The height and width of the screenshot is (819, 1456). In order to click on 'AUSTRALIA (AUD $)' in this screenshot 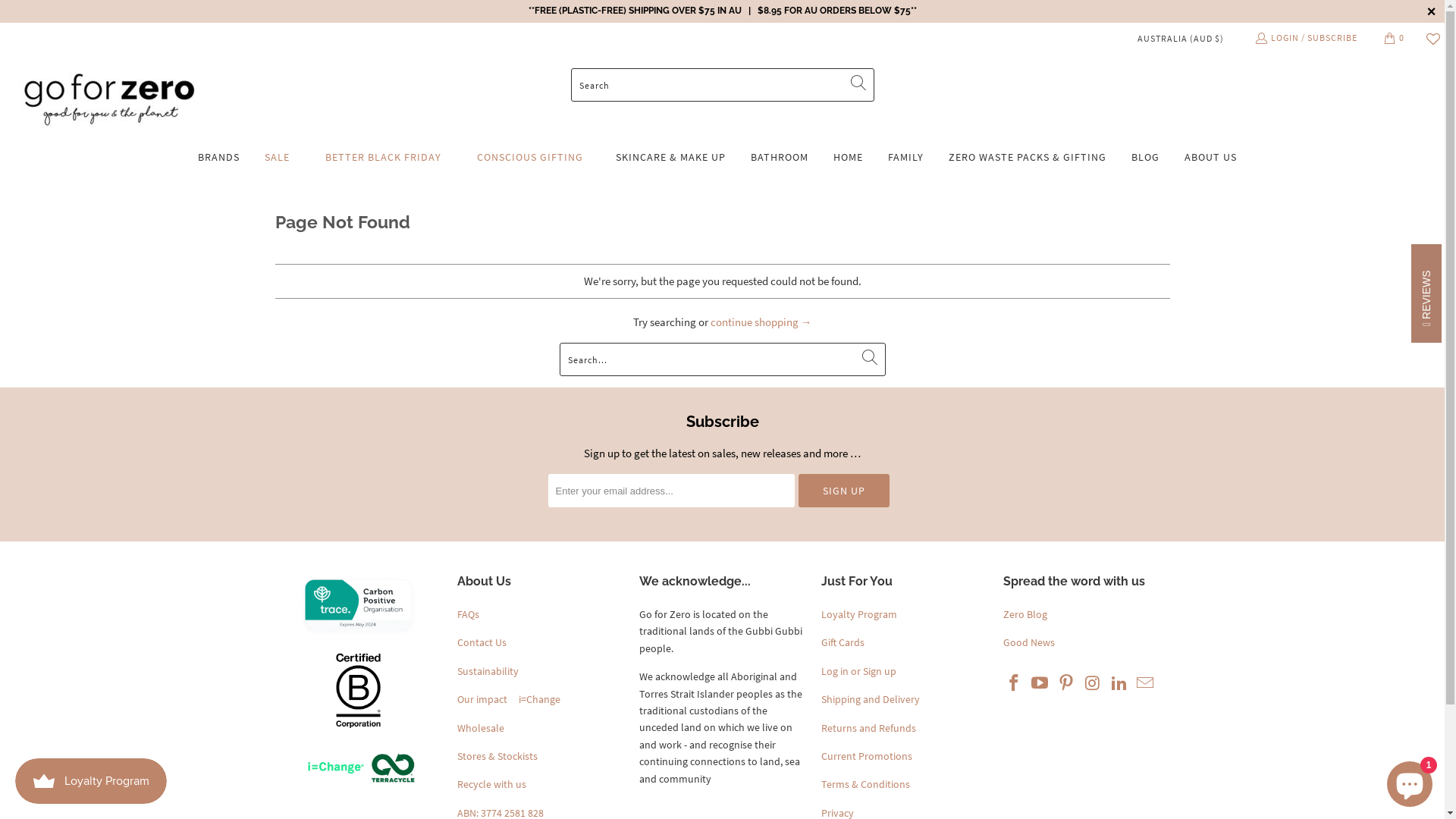, I will do `click(1174, 37)`.